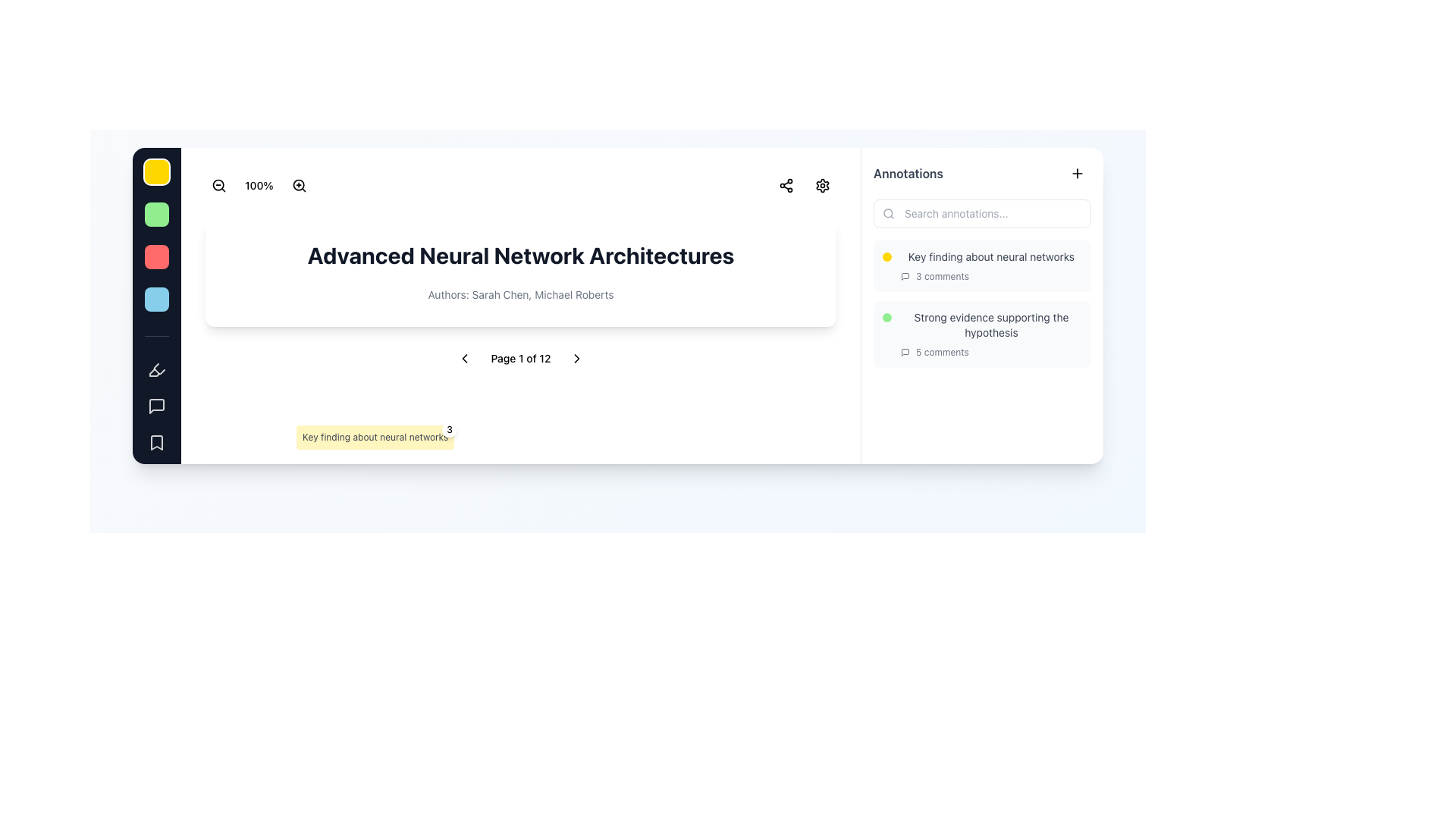  Describe the element at coordinates (464, 359) in the screenshot. I see `the left-facing chevron icon located within the button near the bottom-left of the central content area` at that location.